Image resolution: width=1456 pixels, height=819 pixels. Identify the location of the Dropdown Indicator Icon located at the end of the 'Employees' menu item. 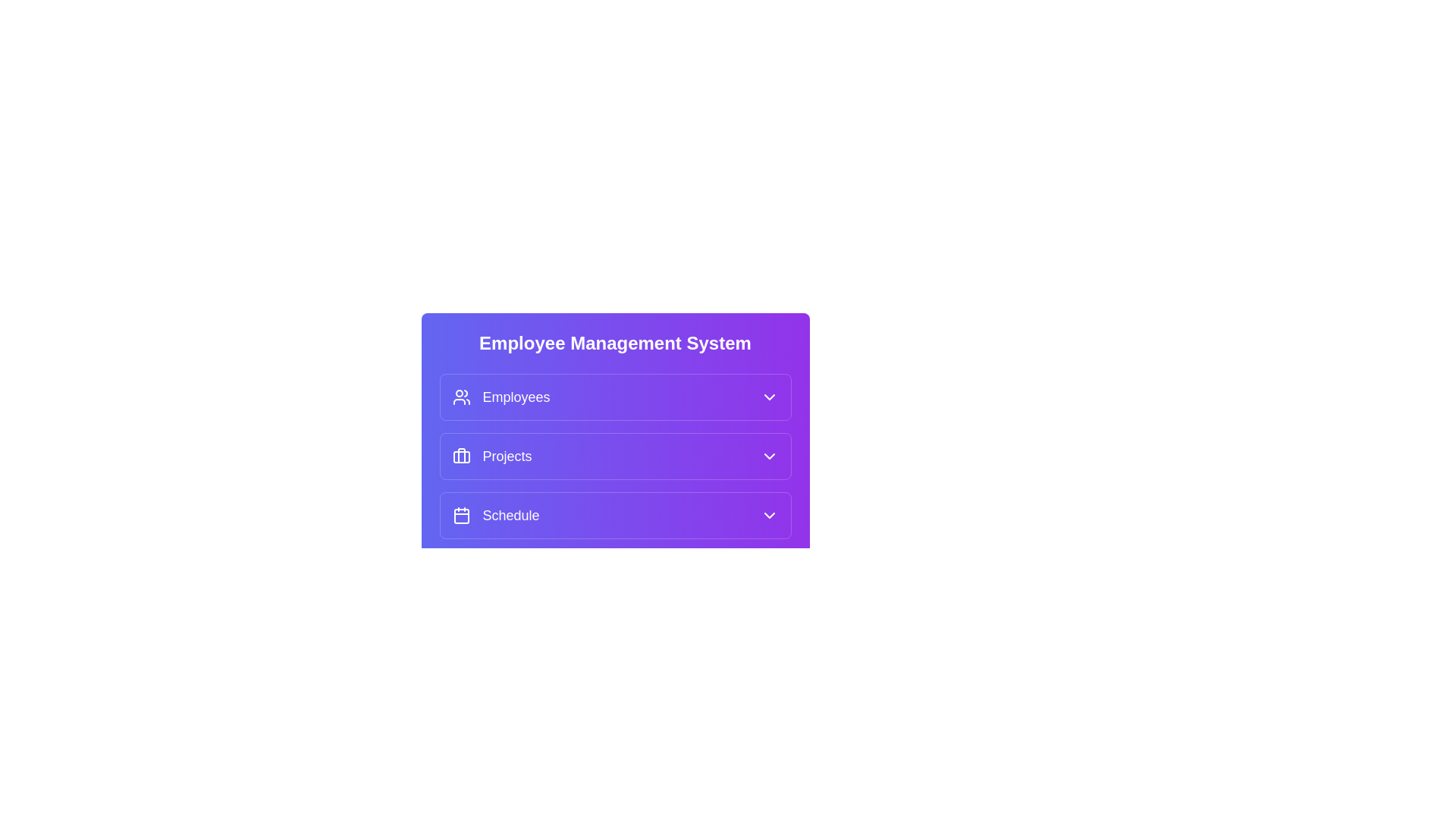
(769, 397).